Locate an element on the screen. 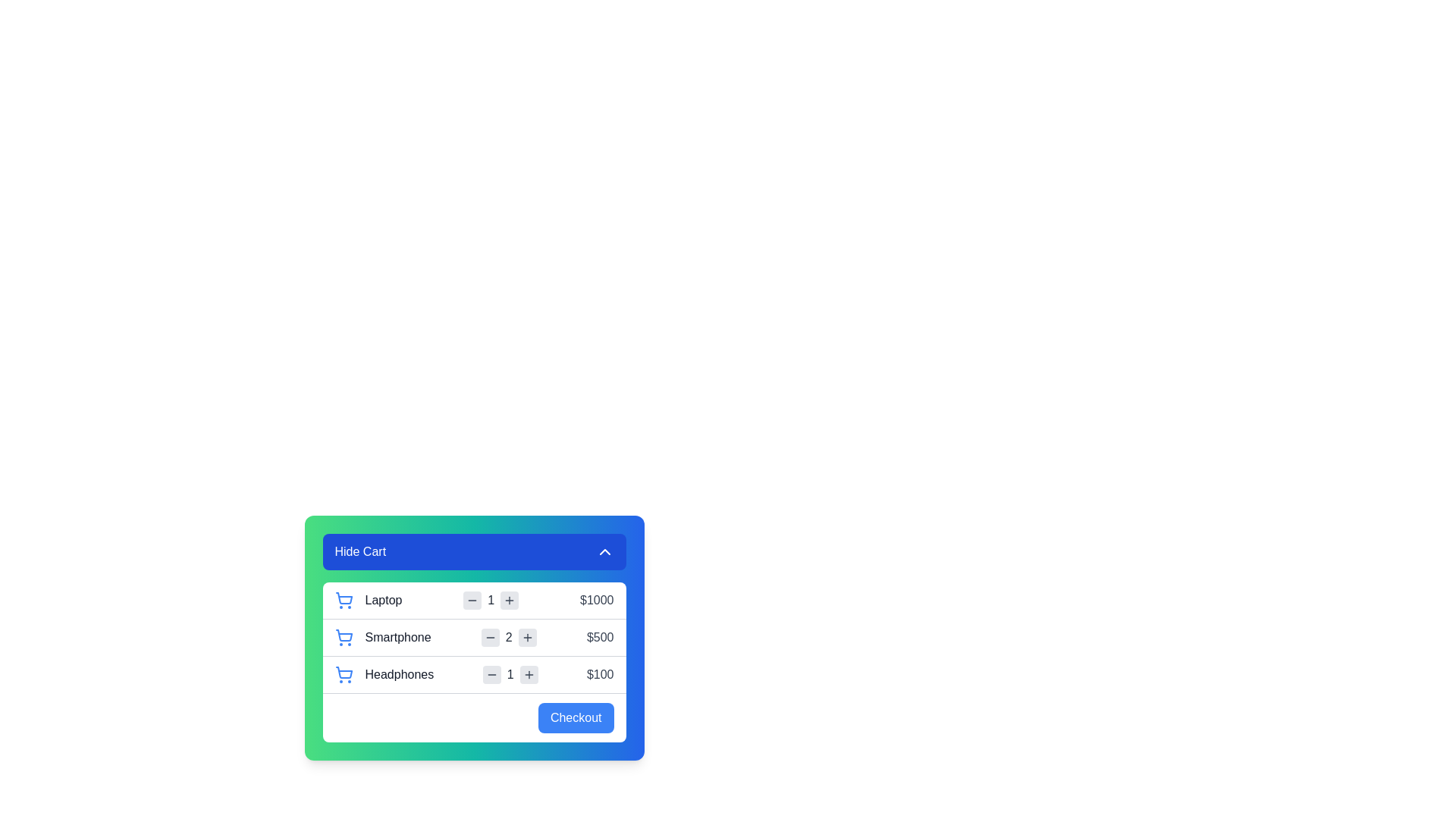 The image size is (1456, 819). the decrement button, which is a small, square button with a light gray background and a minus sign, located to the left of the numeric label '1' and to the right of the label 'Laptop' is located at coordinates (472, 599).